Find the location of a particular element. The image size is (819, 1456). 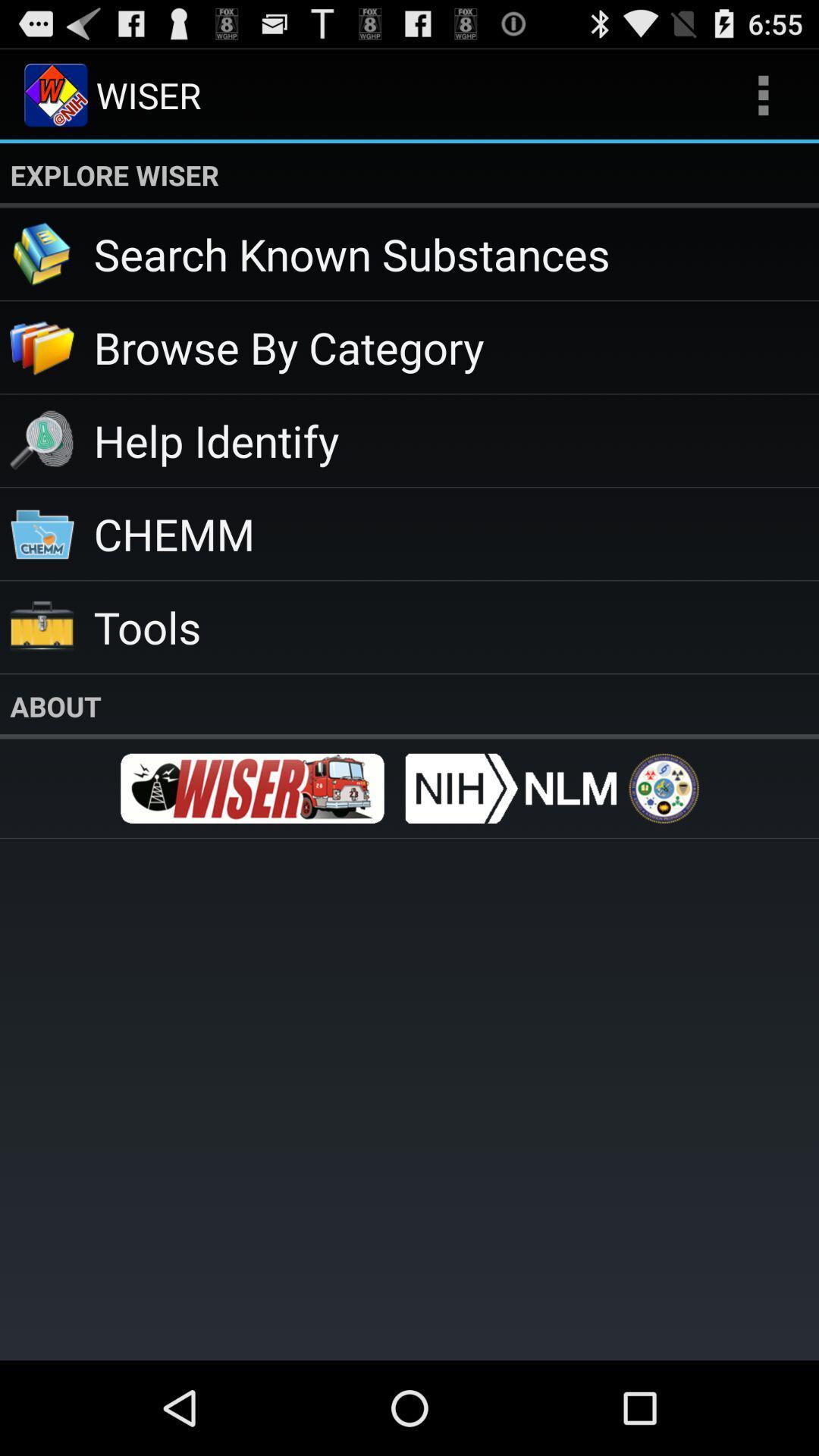

the icon above tools item is located at coordinates (455, 533).